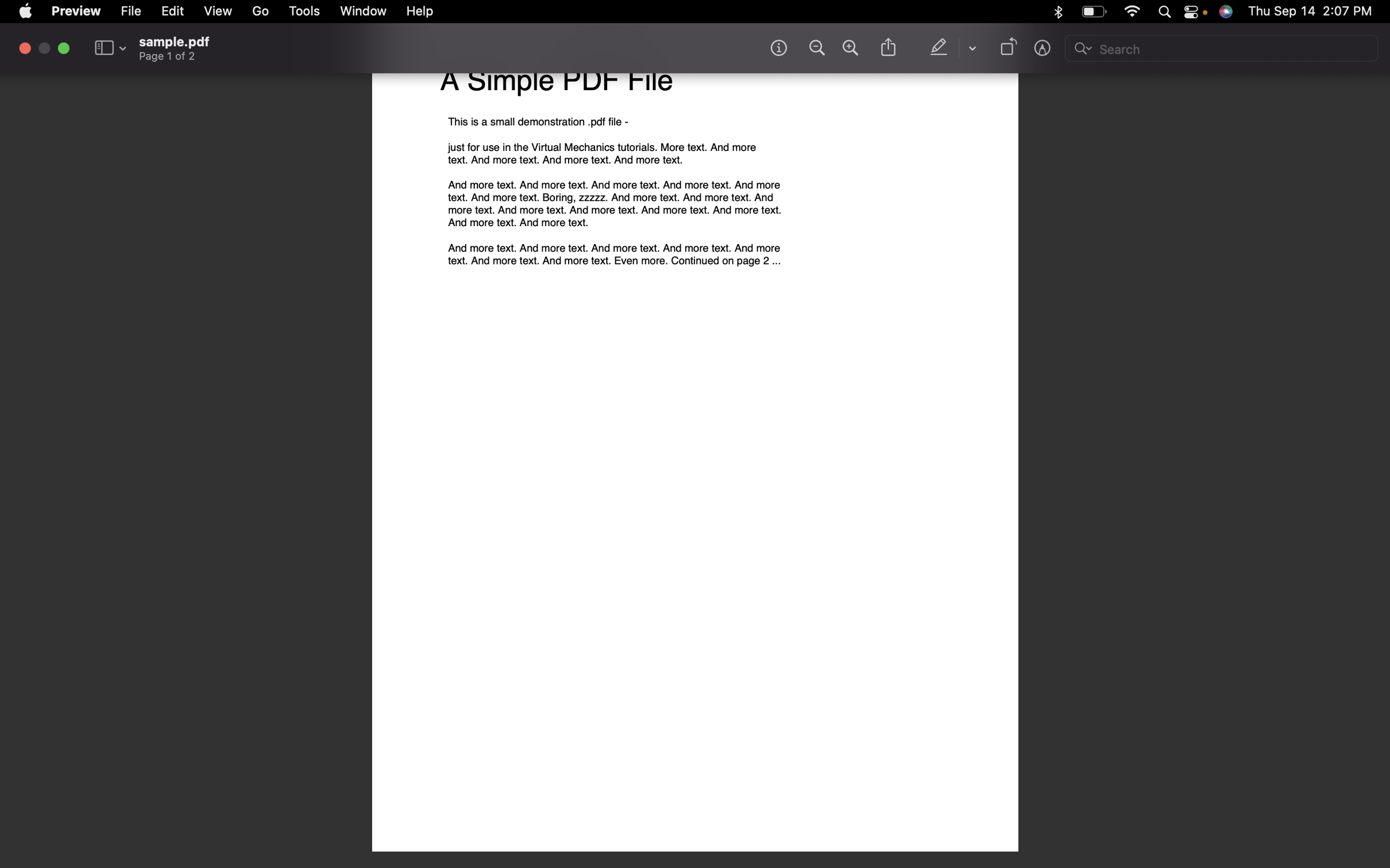 Image resolution: width=1390 pixels, height=868 pixels. I want to click on Send the file through the Messages app, so click(887, 48).